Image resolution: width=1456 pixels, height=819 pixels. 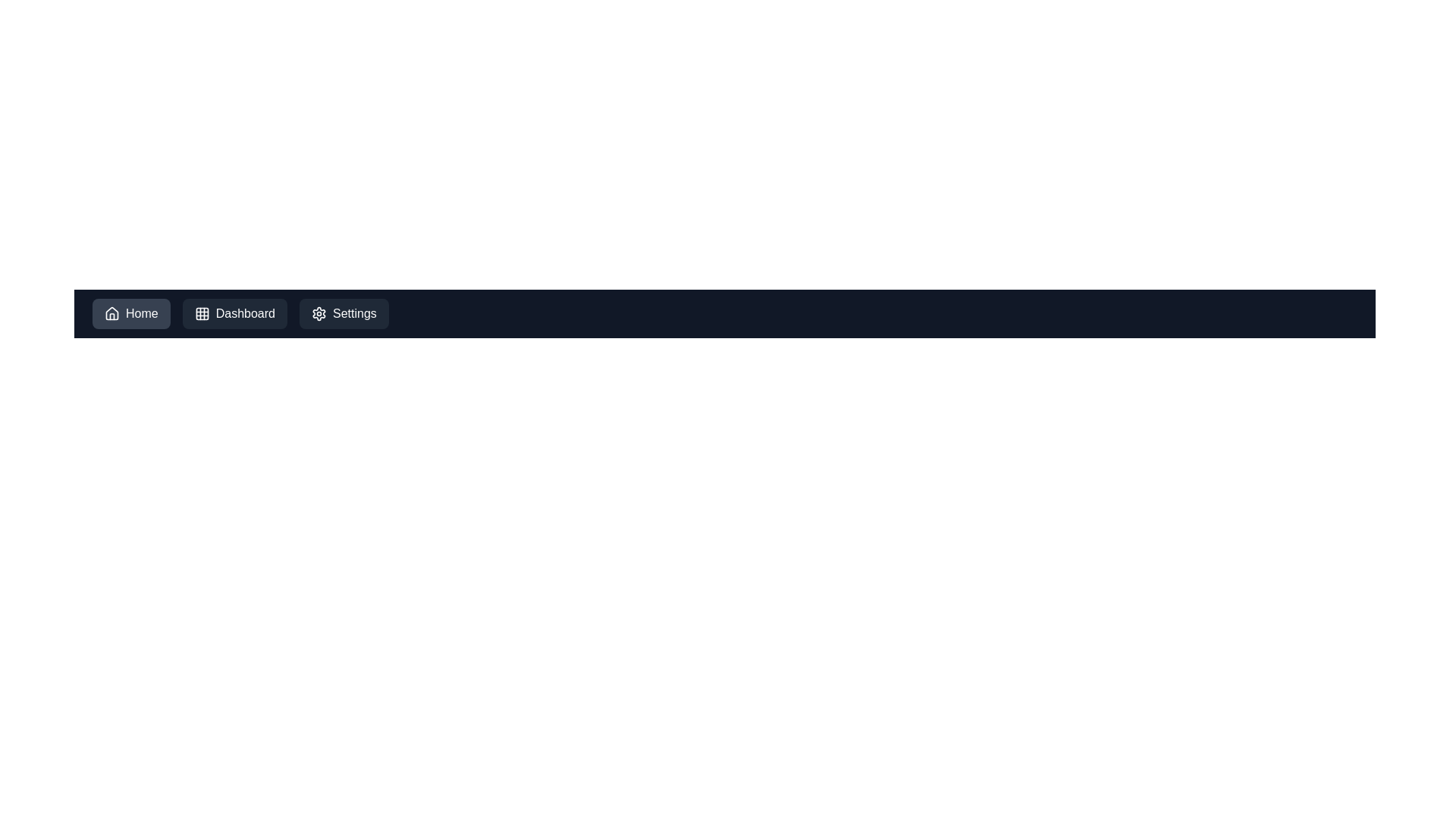 I want to click on the small grid icon located to the immediate left of the 'Dashboard' text in the horizontally arranged menu bar, so click(x=201, y=312).